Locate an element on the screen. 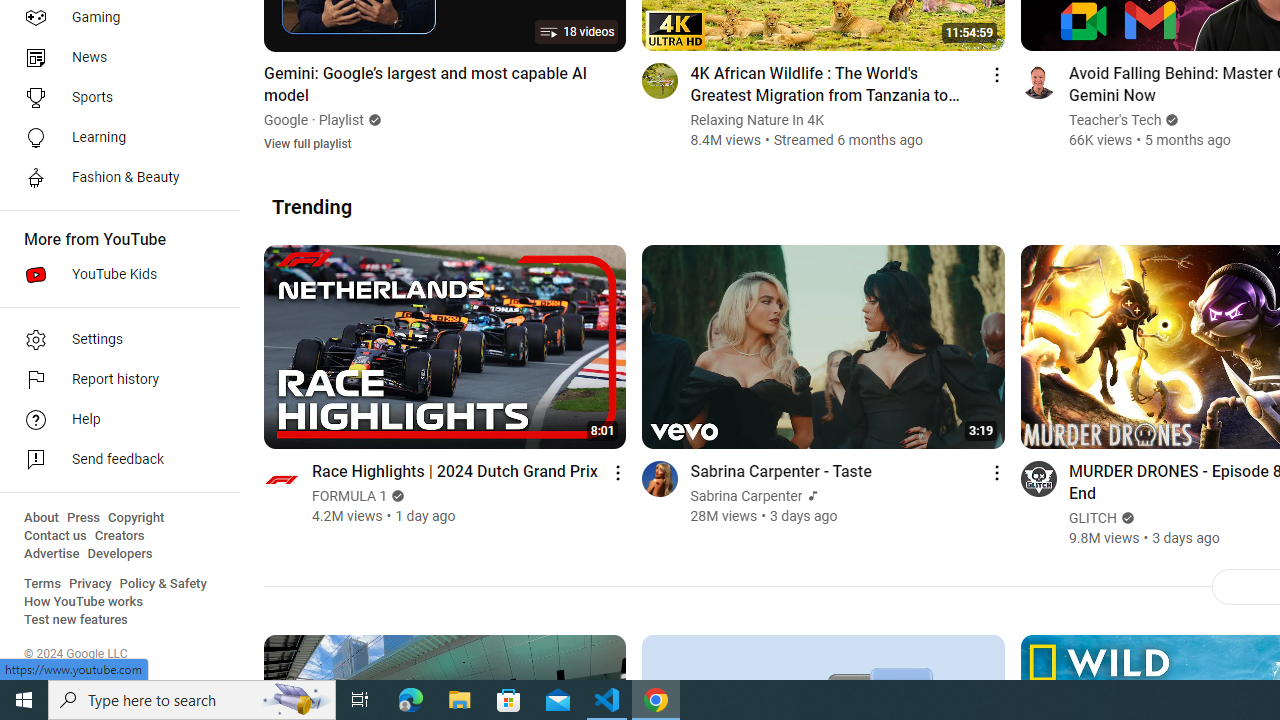 This screenshot has height=720, width=1280. 'Developers' is located at coordinates (119, 554).